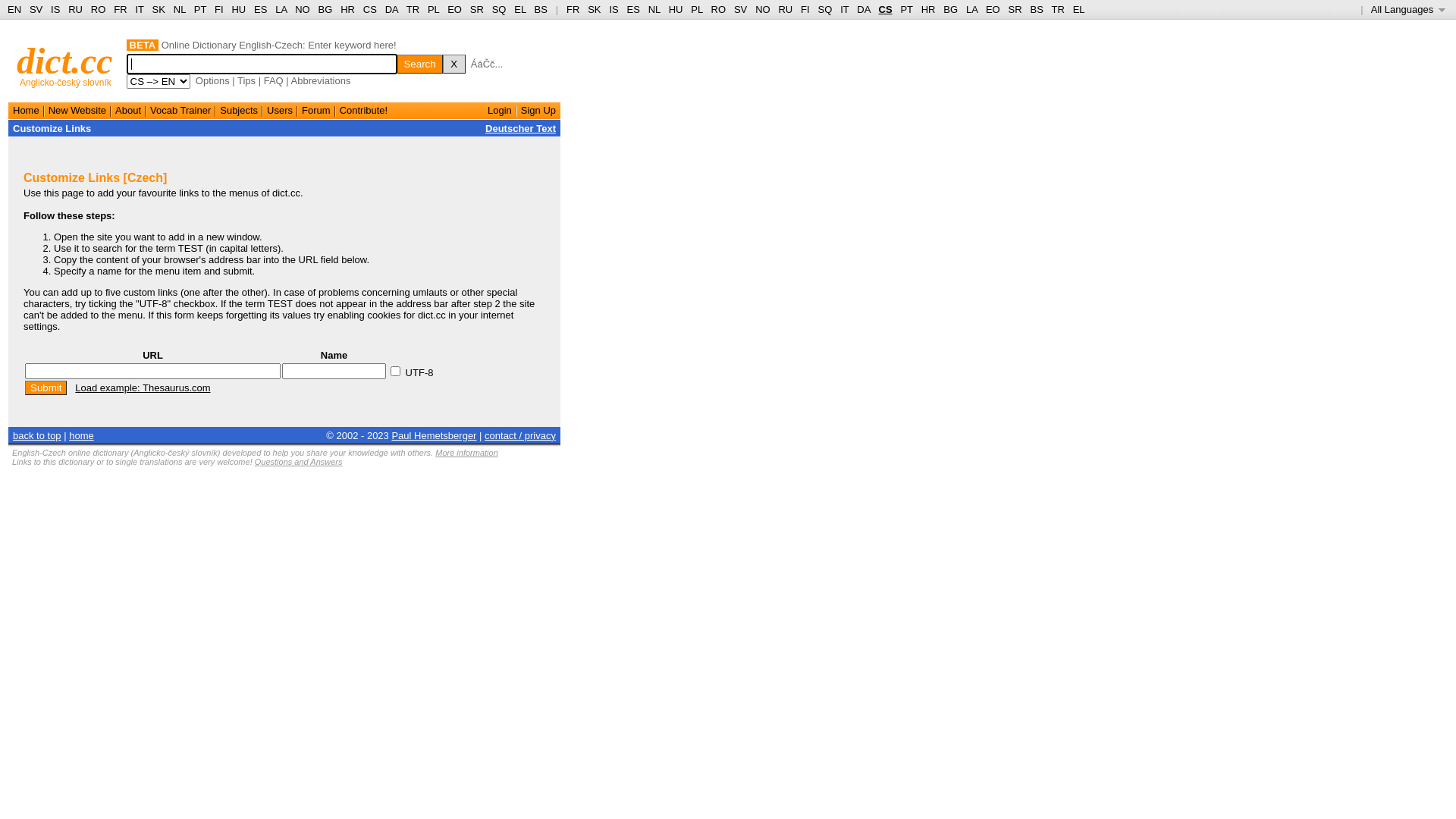 This screenshot has width=1456, height=819. What do you see at coordinates (593, 9) in the screenshot?
I see `'SK'` at bounding box center [593, 9].